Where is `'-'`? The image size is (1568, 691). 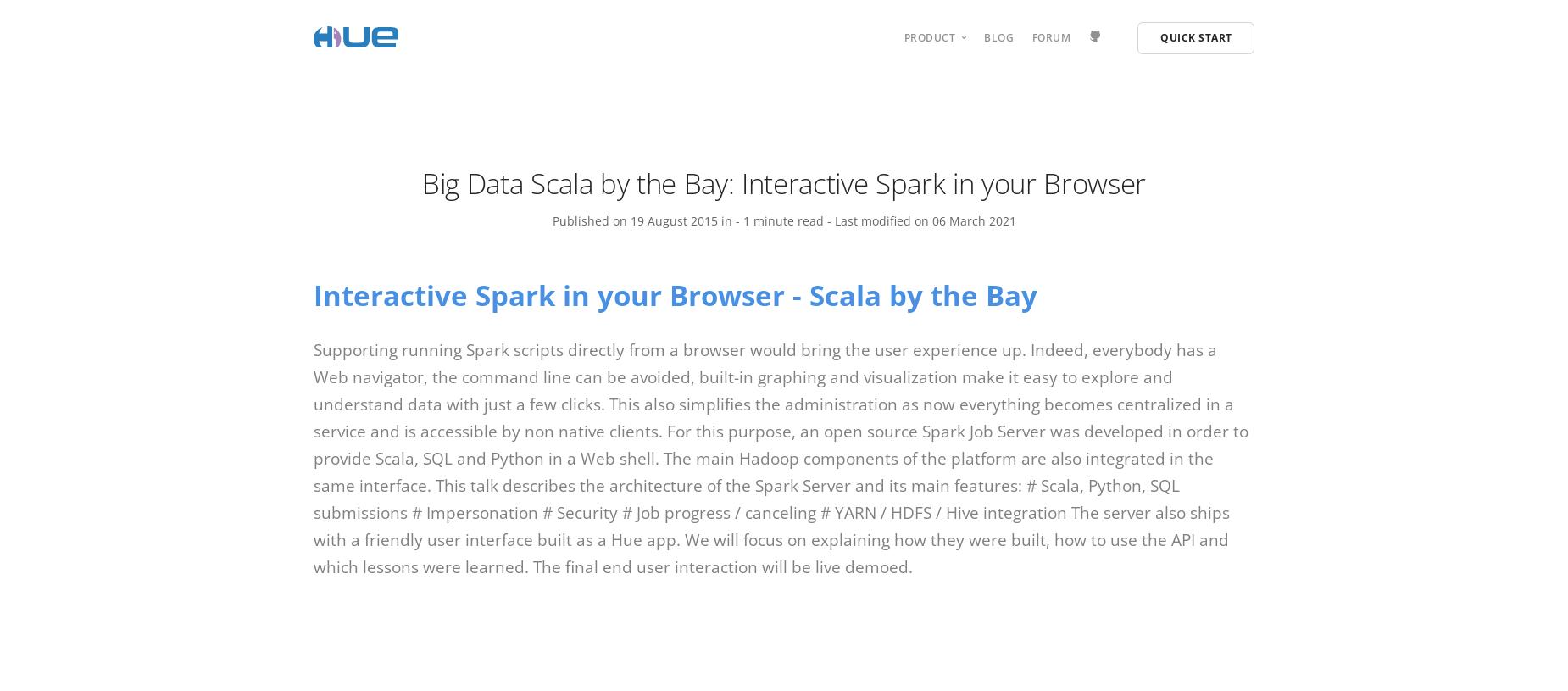
'-' is located at coordinates (738, 220).